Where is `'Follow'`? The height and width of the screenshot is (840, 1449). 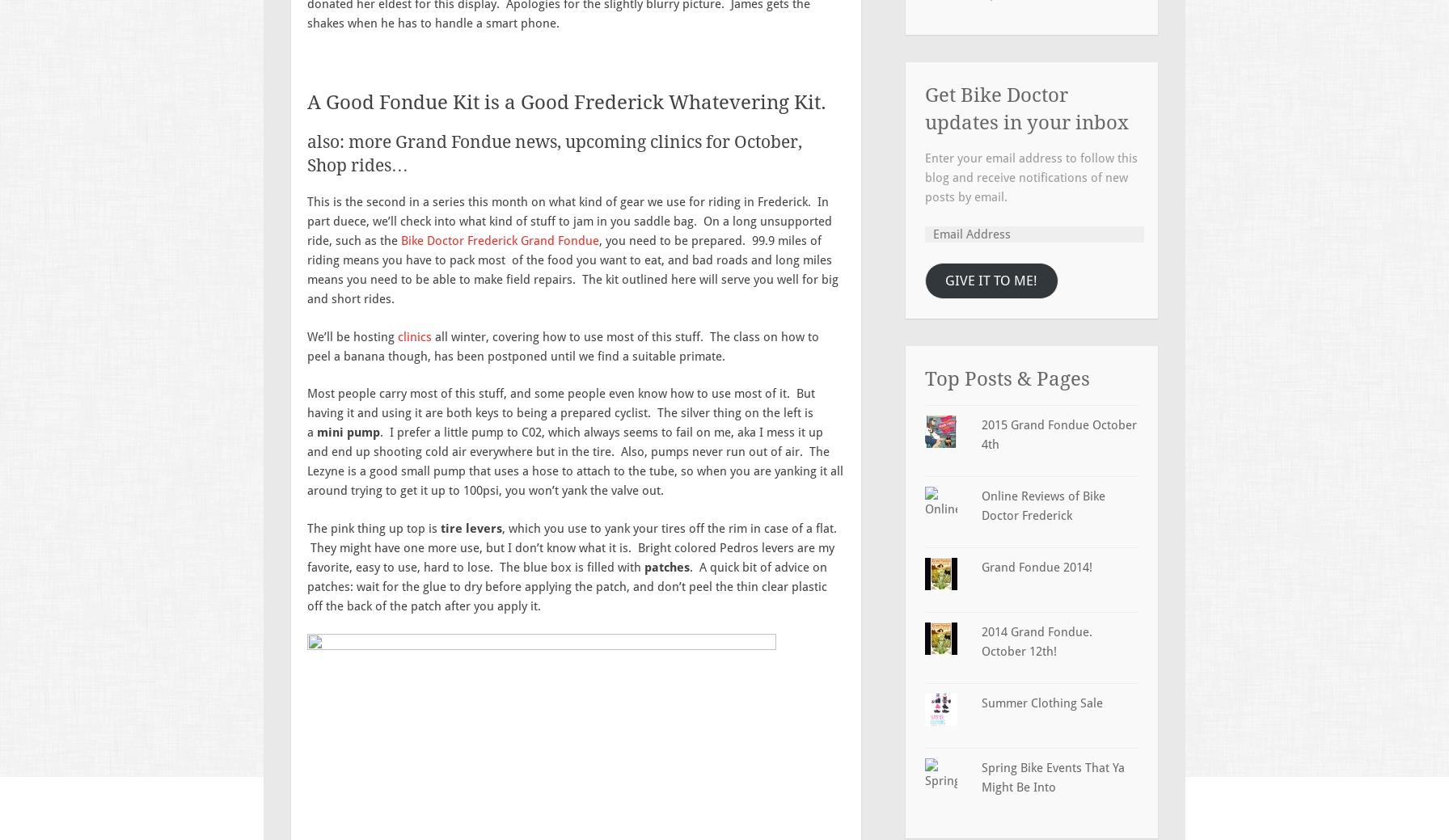
'Follow' is located at coordinates (1384, 754).